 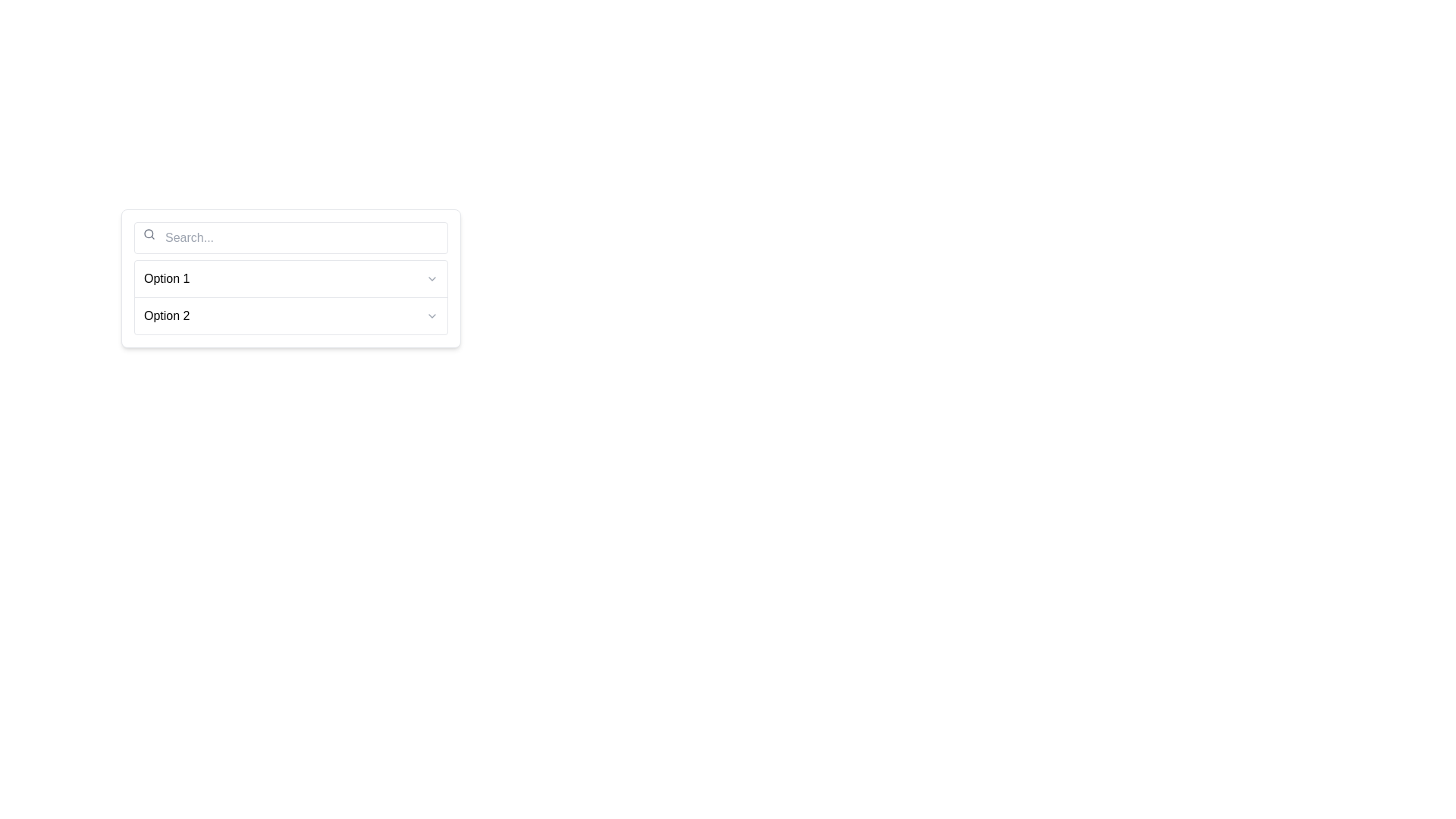 I want to click on the dropdown trigger icon next to the 'Option 1' label, so click(x=431, y=278).